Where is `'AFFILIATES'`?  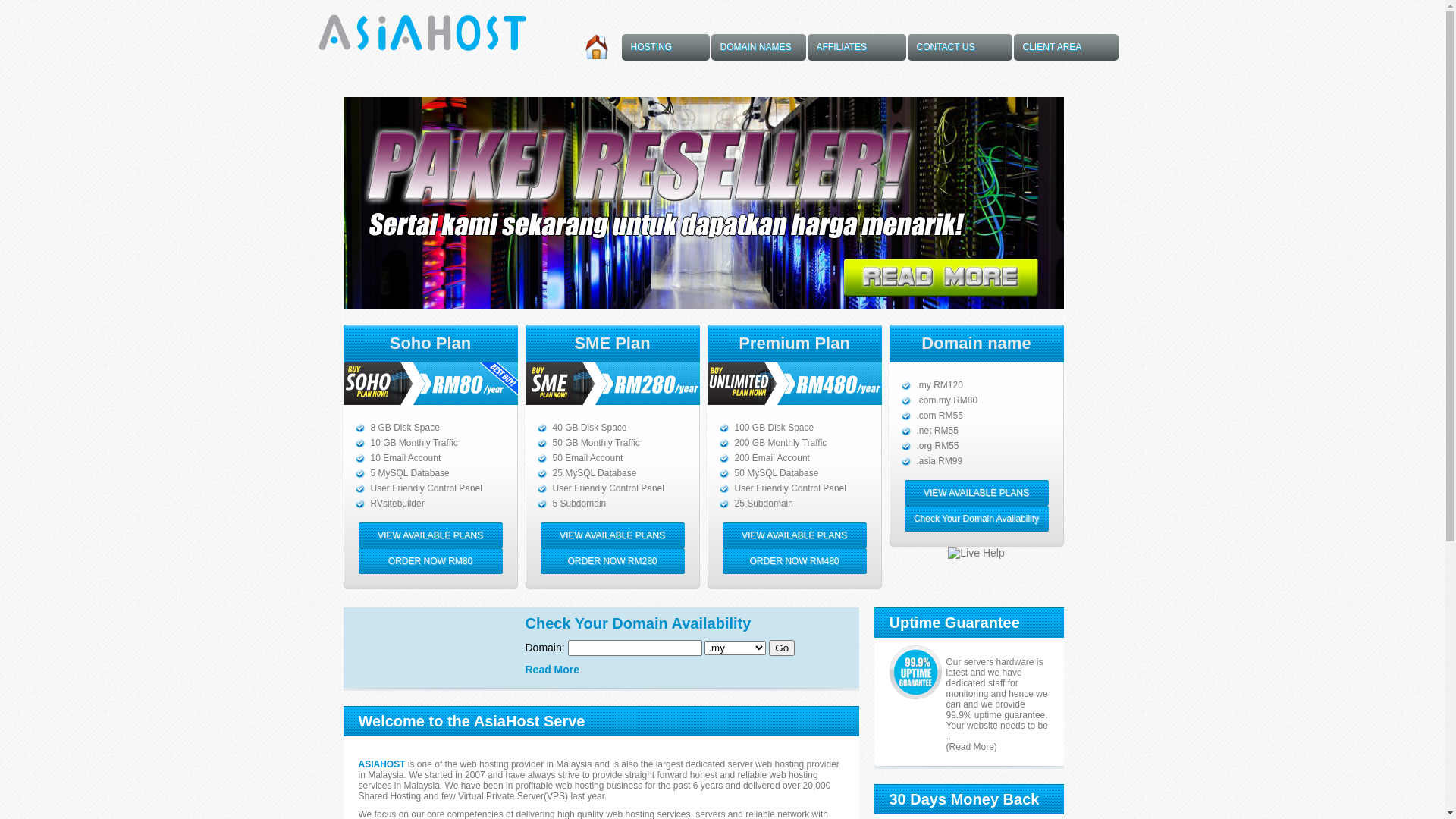
'AFFILIATES' is located at coordinates (855, 46).